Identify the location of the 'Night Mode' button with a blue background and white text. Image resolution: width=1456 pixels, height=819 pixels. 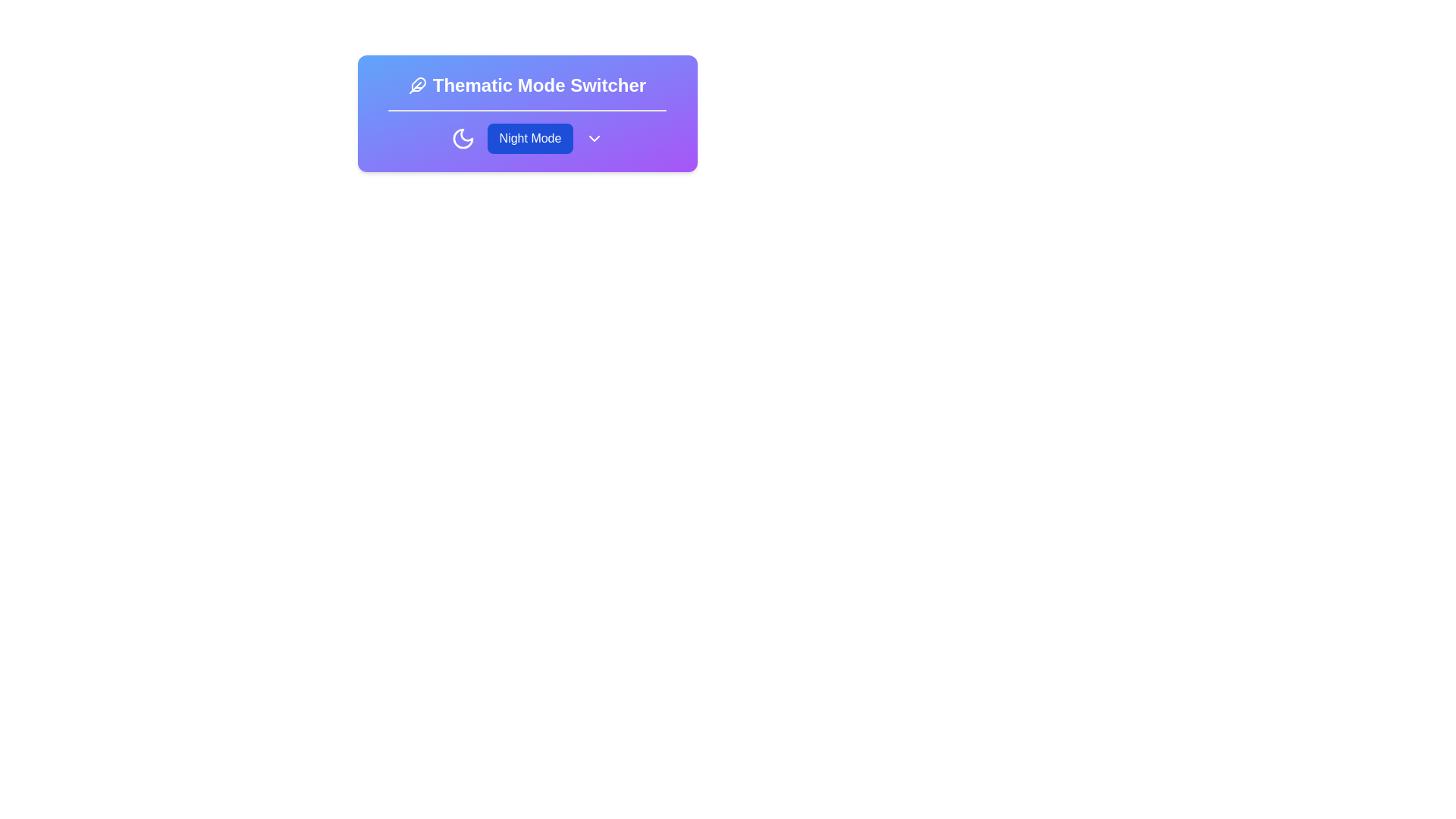
(527, 138).